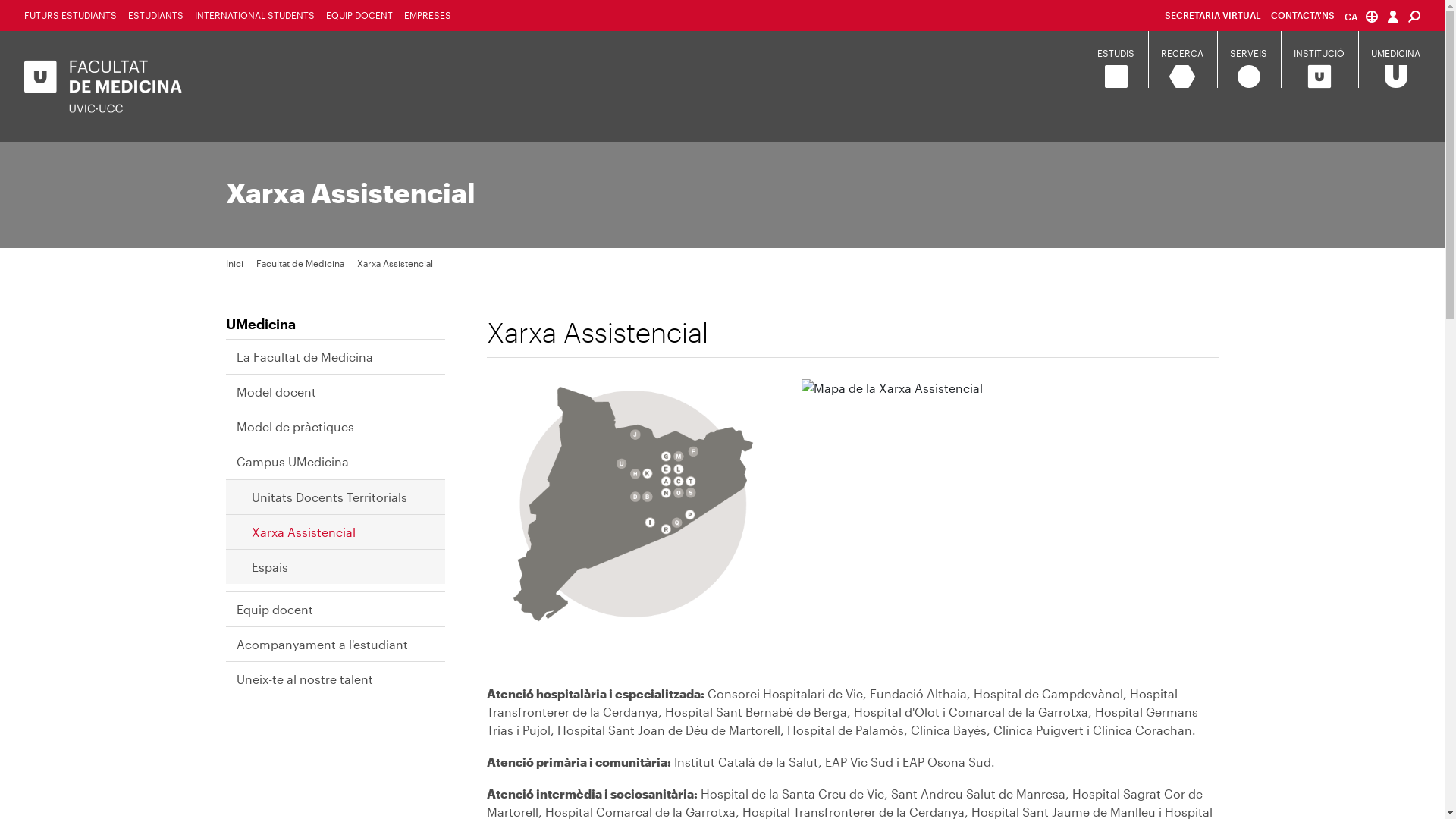 This screenshot has width=1456, height=819. Describe the element at coordinates (282, 608) in the screenshot. I see `'Equip docent'` at that location.